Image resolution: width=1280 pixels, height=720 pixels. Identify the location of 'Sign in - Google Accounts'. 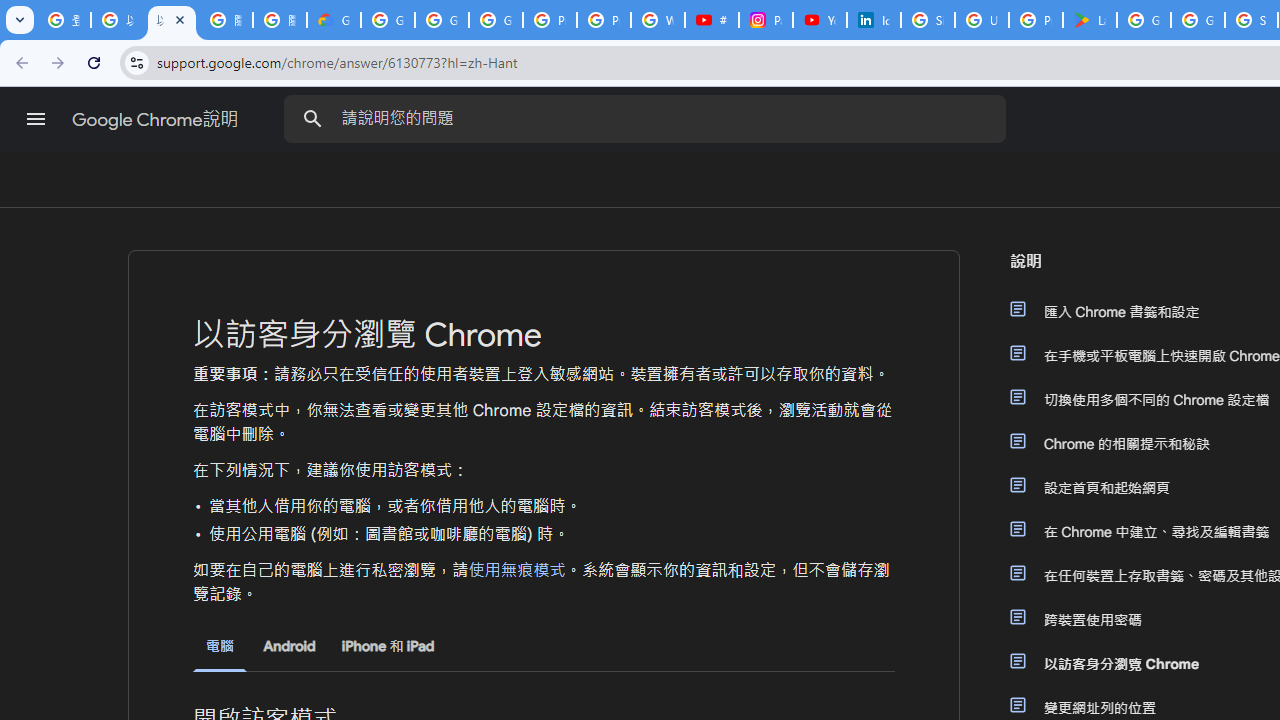
(927, 20).